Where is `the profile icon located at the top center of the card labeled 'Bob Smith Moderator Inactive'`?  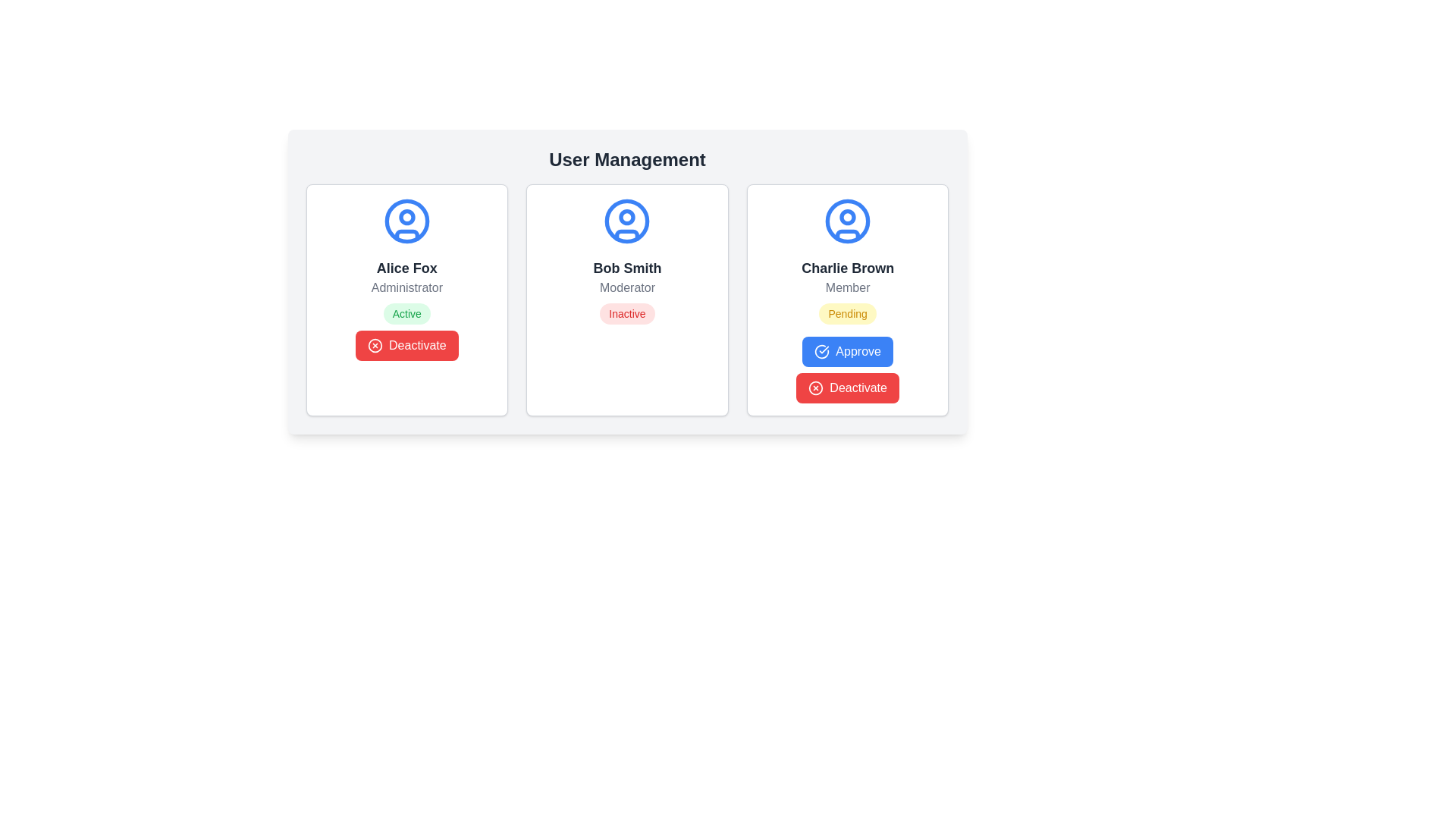
the profile icon located at the top center of the card labeled 'Bob Smith Moderator Inactive' is located at coordinates (627, 221).